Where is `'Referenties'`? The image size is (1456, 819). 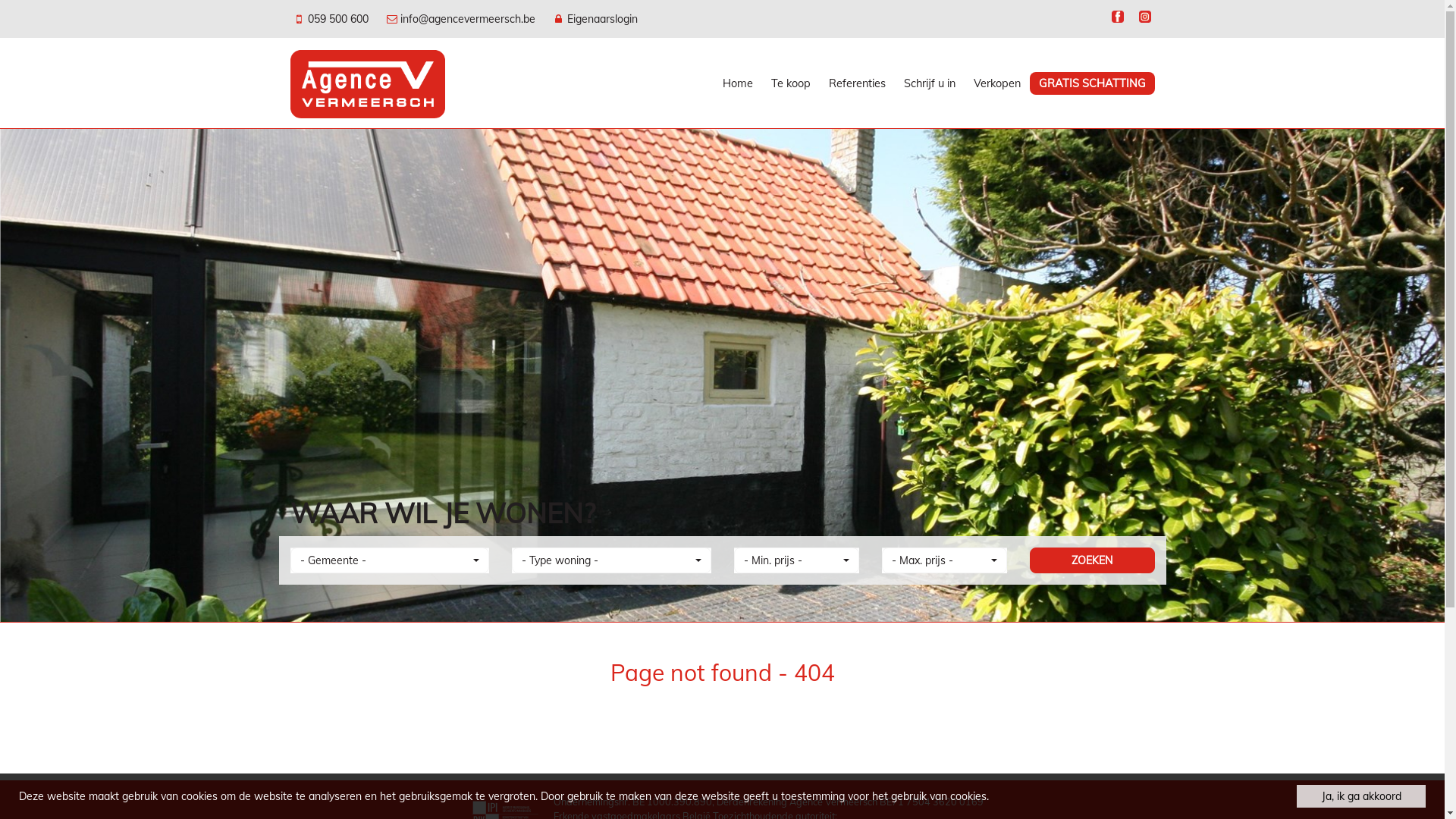
'Referenties' is located at coordinates (818, 83).